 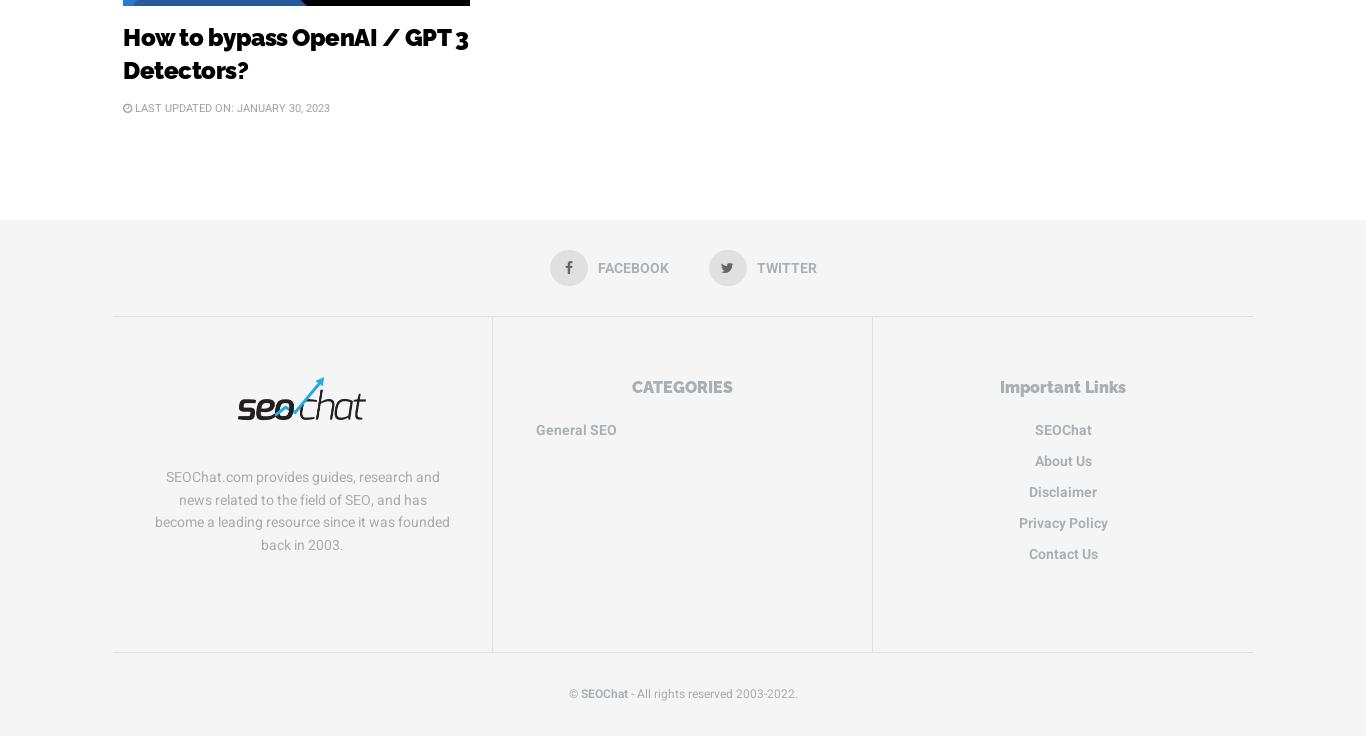 I want to click on 'Contact Us', so click(x=1061, y=552).